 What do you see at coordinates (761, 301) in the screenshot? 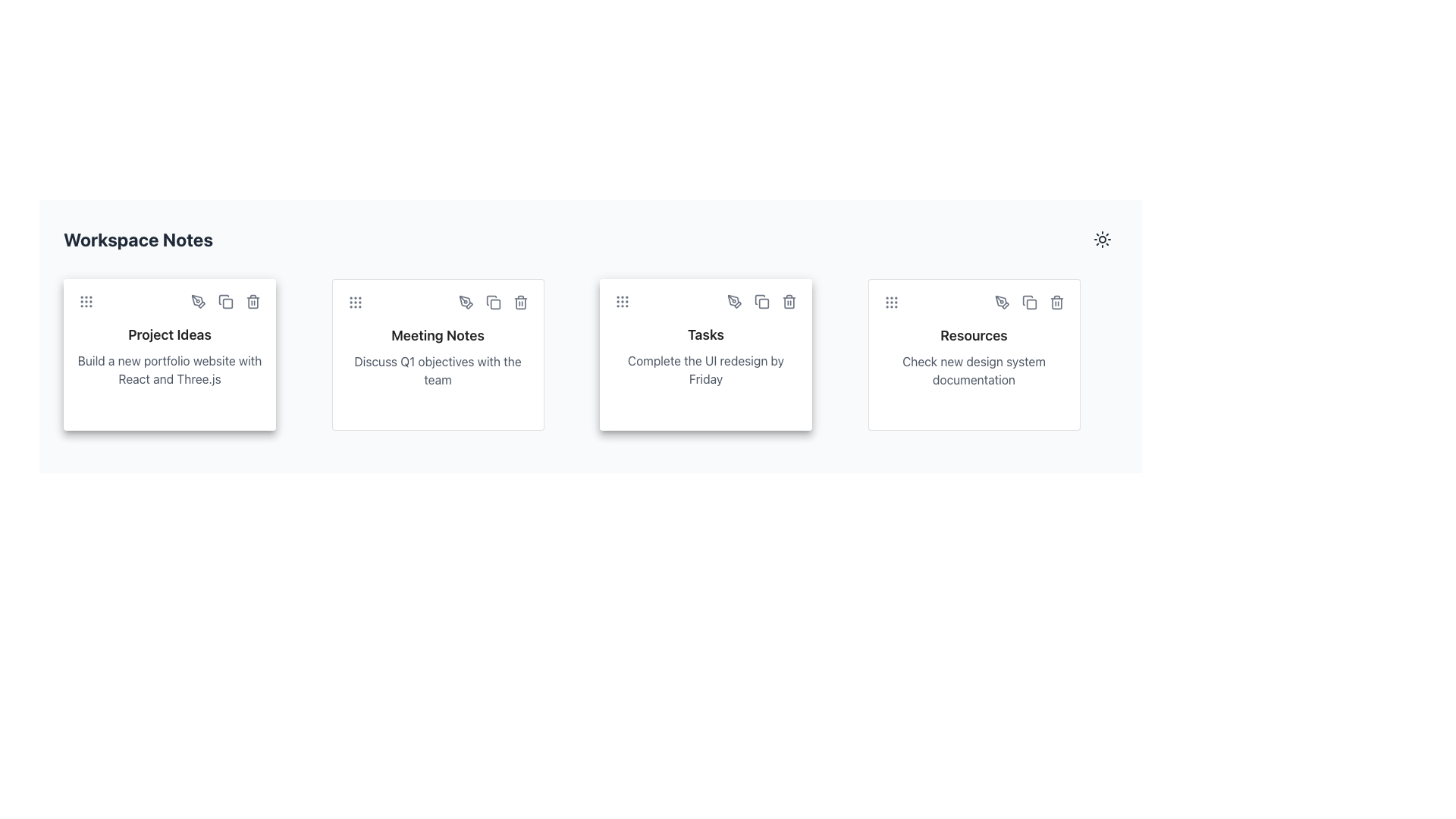
I see `the copy icon located within the control strip of the 'Tasks' card, which is positioned as the second icon from the right` at bounding box center [761, 301].